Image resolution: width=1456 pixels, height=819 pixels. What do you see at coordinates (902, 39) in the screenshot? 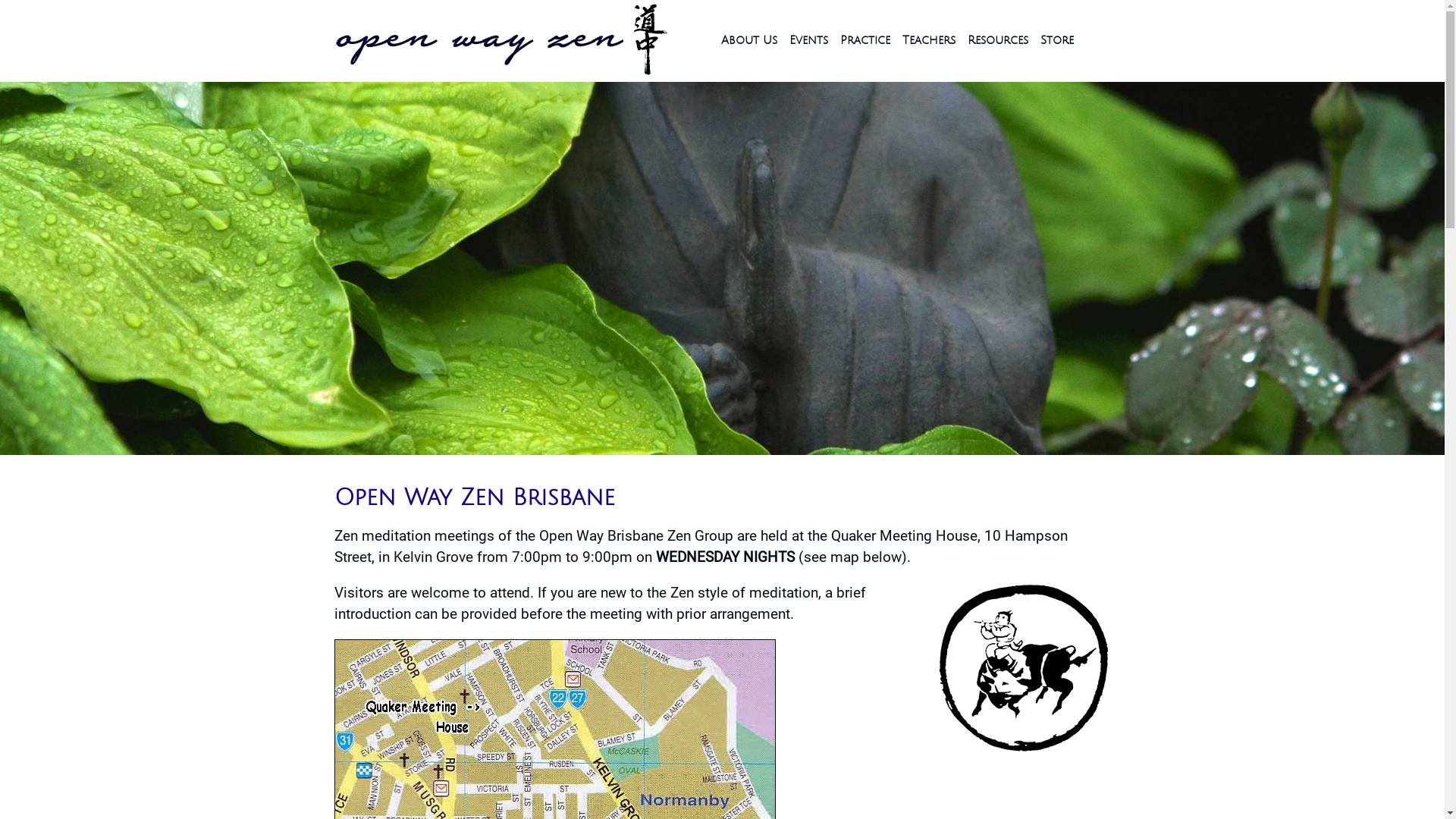
I see `'Teachers'` at bounding box center [902, 39].